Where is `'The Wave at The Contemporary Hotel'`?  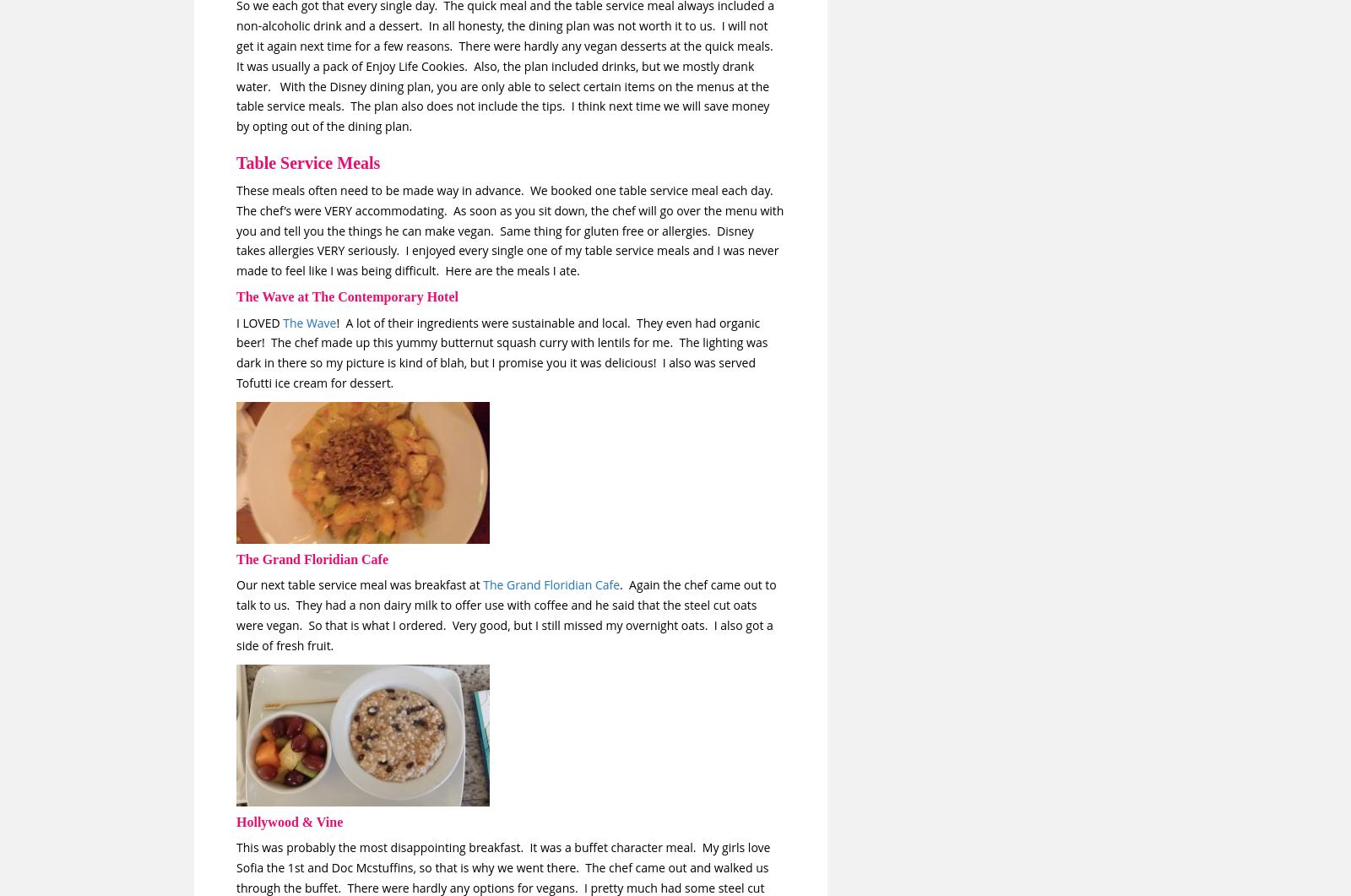
'The Wave at The Contemporary Hotel' is located at coordinates (346, 296).